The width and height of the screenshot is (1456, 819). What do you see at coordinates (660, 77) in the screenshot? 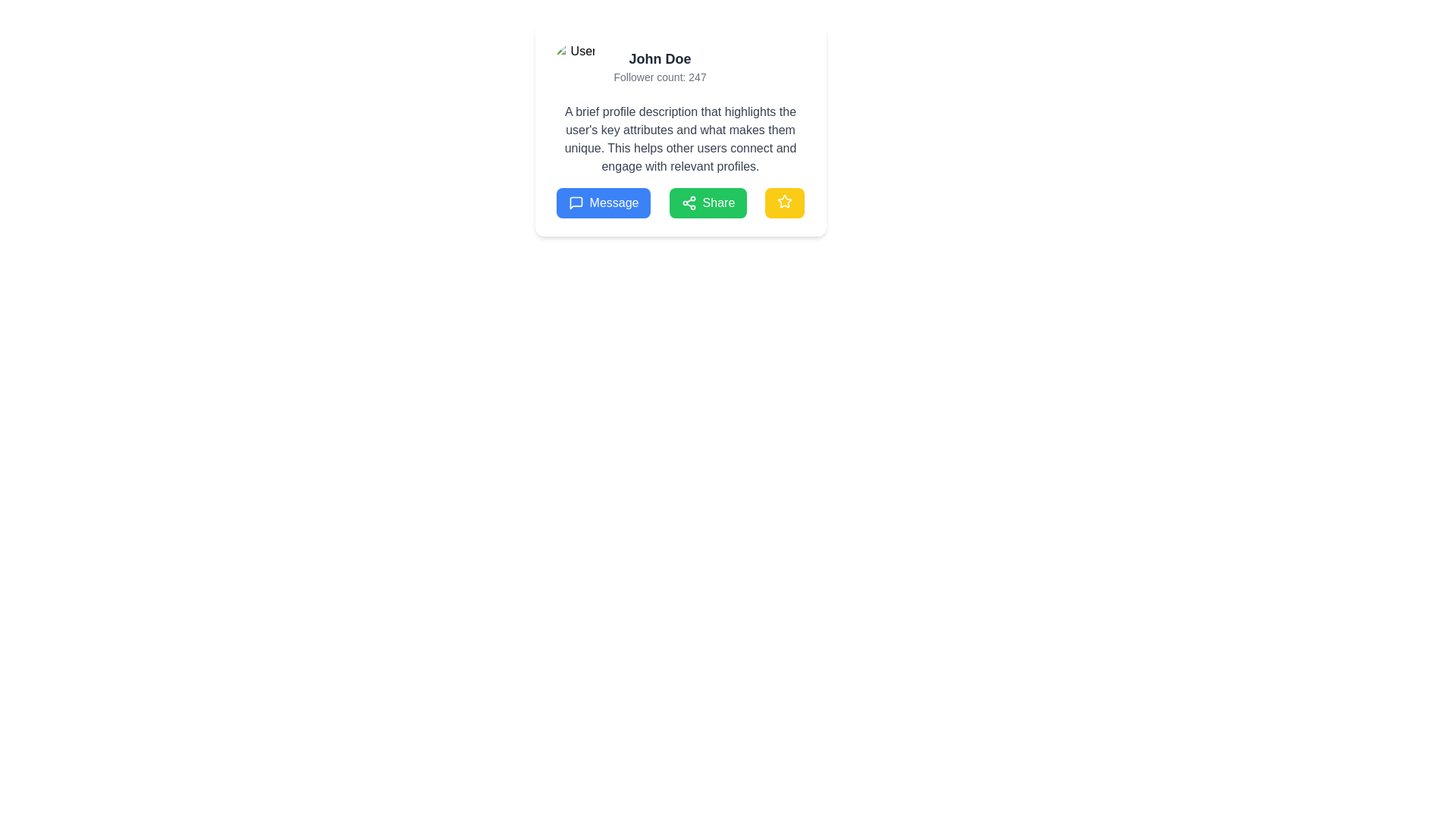
I see `the text label displaying 'Follower count: 247', which is located beneath the 'John Doe' text in gray color` at bounding box center [660, 77].